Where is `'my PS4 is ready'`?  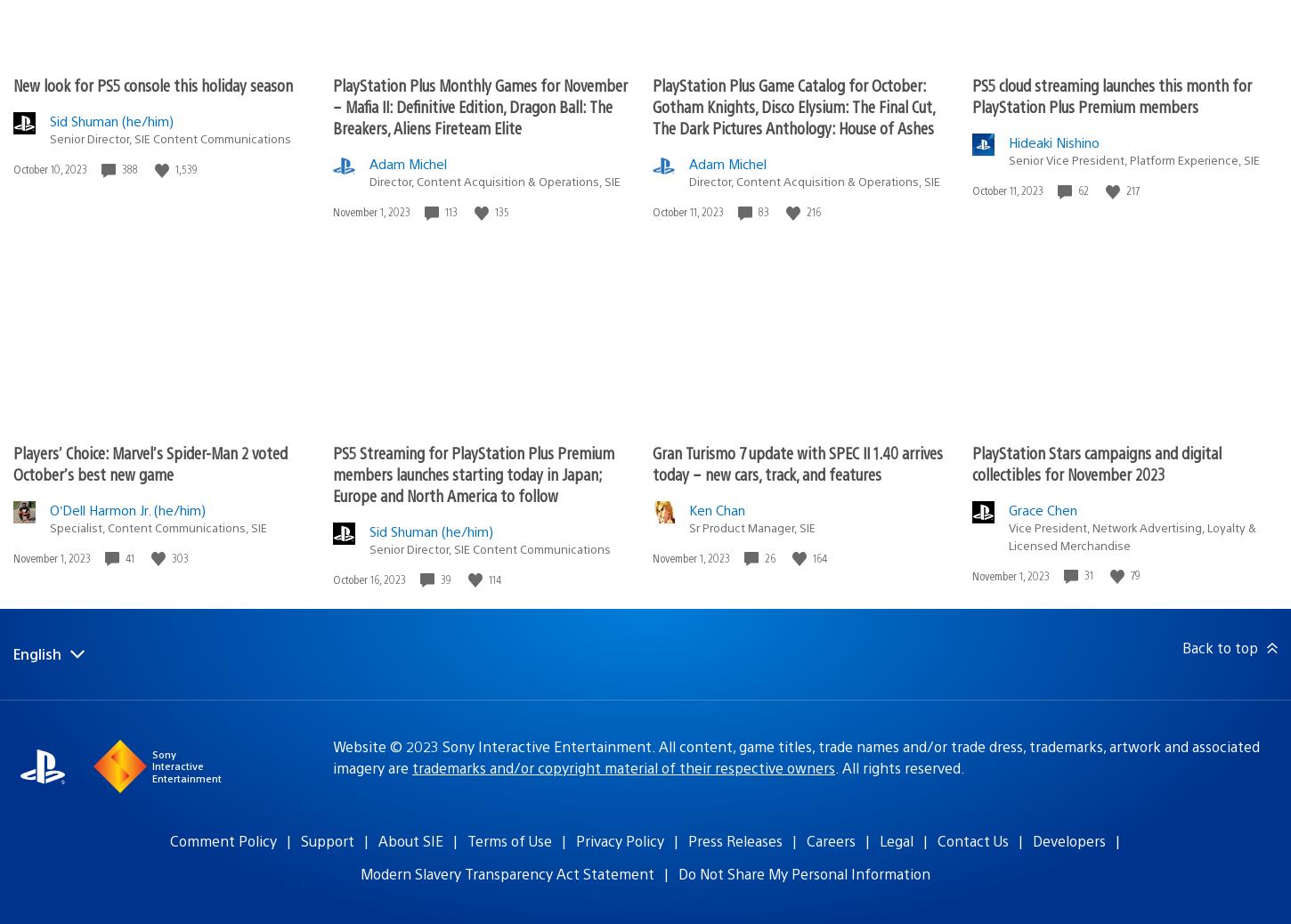
'my PS4 is ready' is located at coordinates (207, 821).